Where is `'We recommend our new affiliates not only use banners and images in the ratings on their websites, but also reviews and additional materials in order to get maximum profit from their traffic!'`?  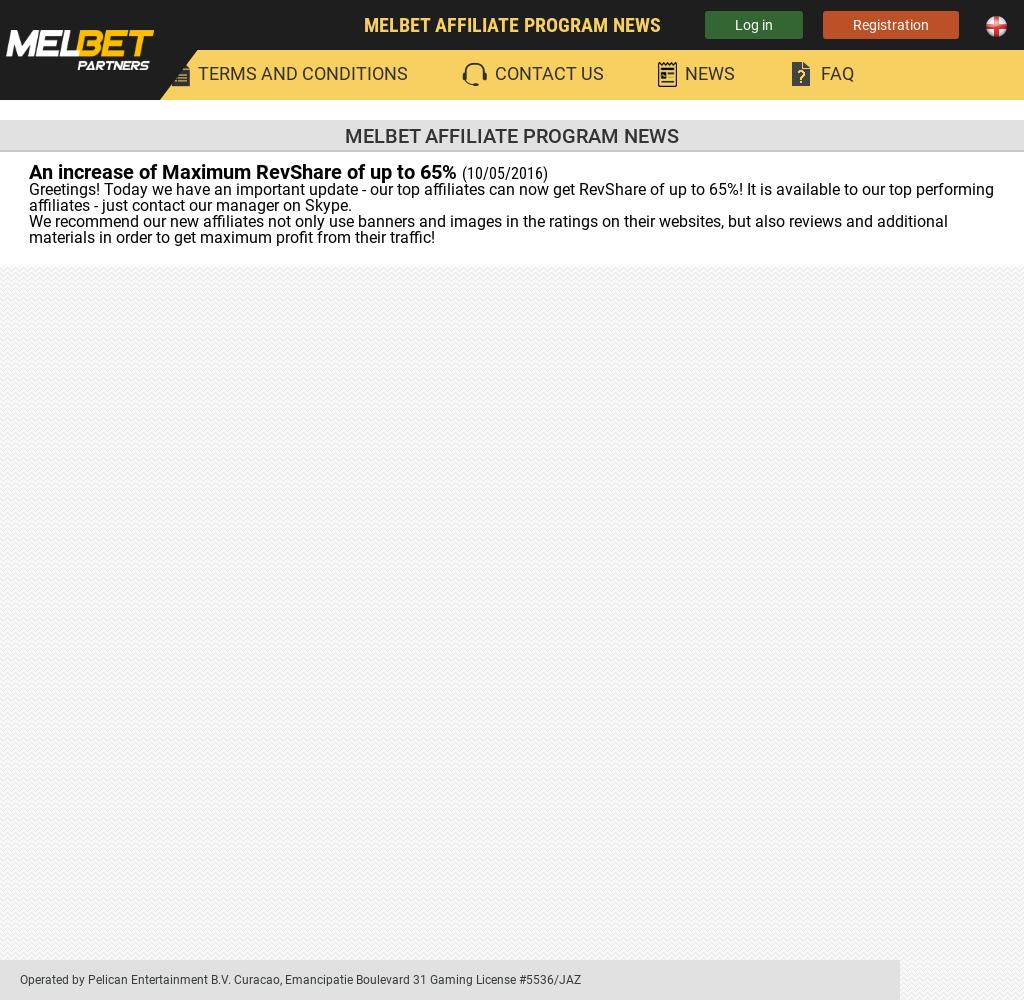 'We recommend our new affiliates not only use banners and images in the ratings on their websites, but also reviews and additional materials in order to get maximum profit from their traffic!' is located at coordinates (487, 228).